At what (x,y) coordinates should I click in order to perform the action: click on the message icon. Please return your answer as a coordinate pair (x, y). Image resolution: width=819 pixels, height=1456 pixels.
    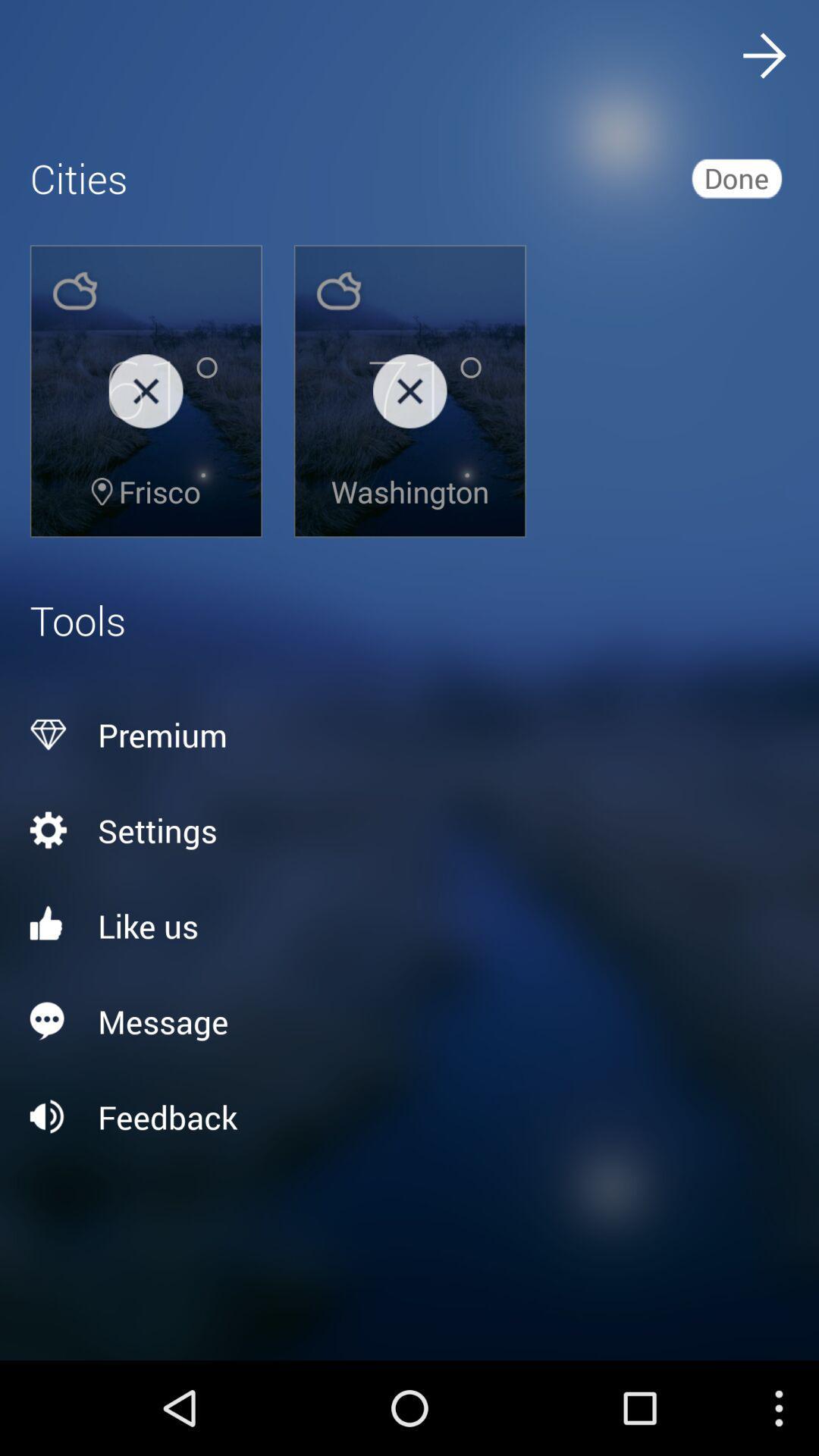
    Looking at the image, I should click on (409, 1021).